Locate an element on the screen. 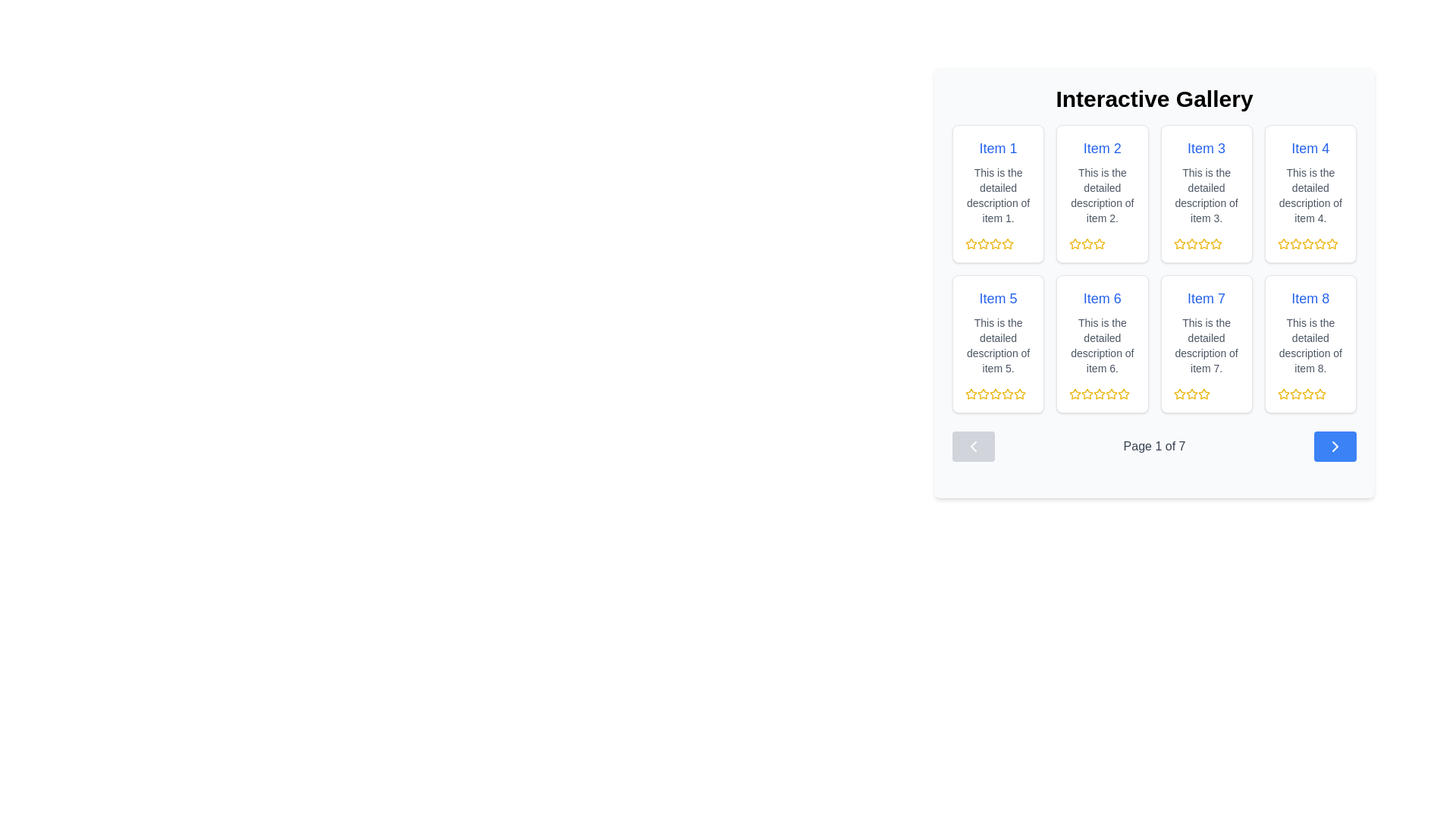  the second star icon is located at coordinates (1191, 243).